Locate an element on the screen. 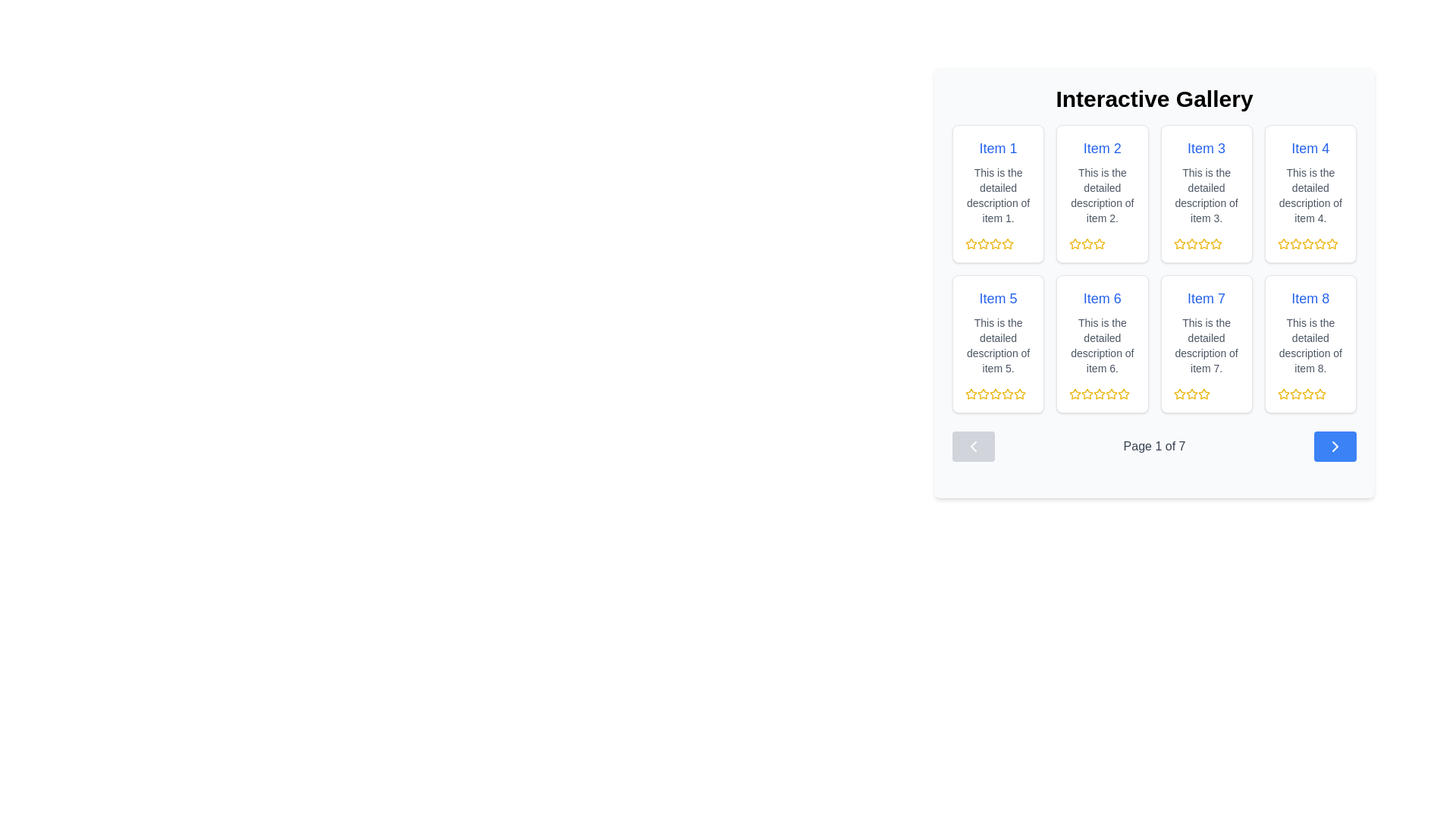  the second star icon is located at coordinates (1191, 243).